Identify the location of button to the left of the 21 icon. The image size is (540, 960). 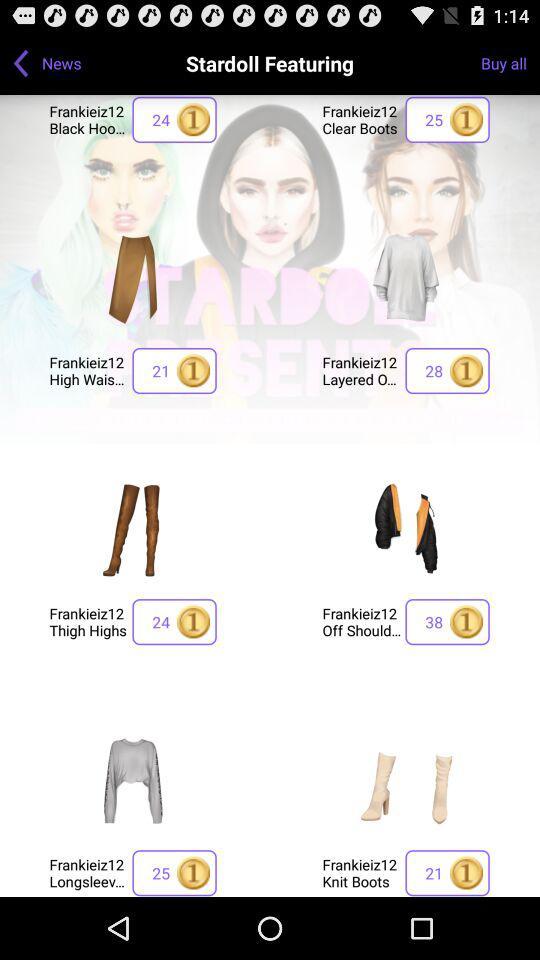
(87, 369).